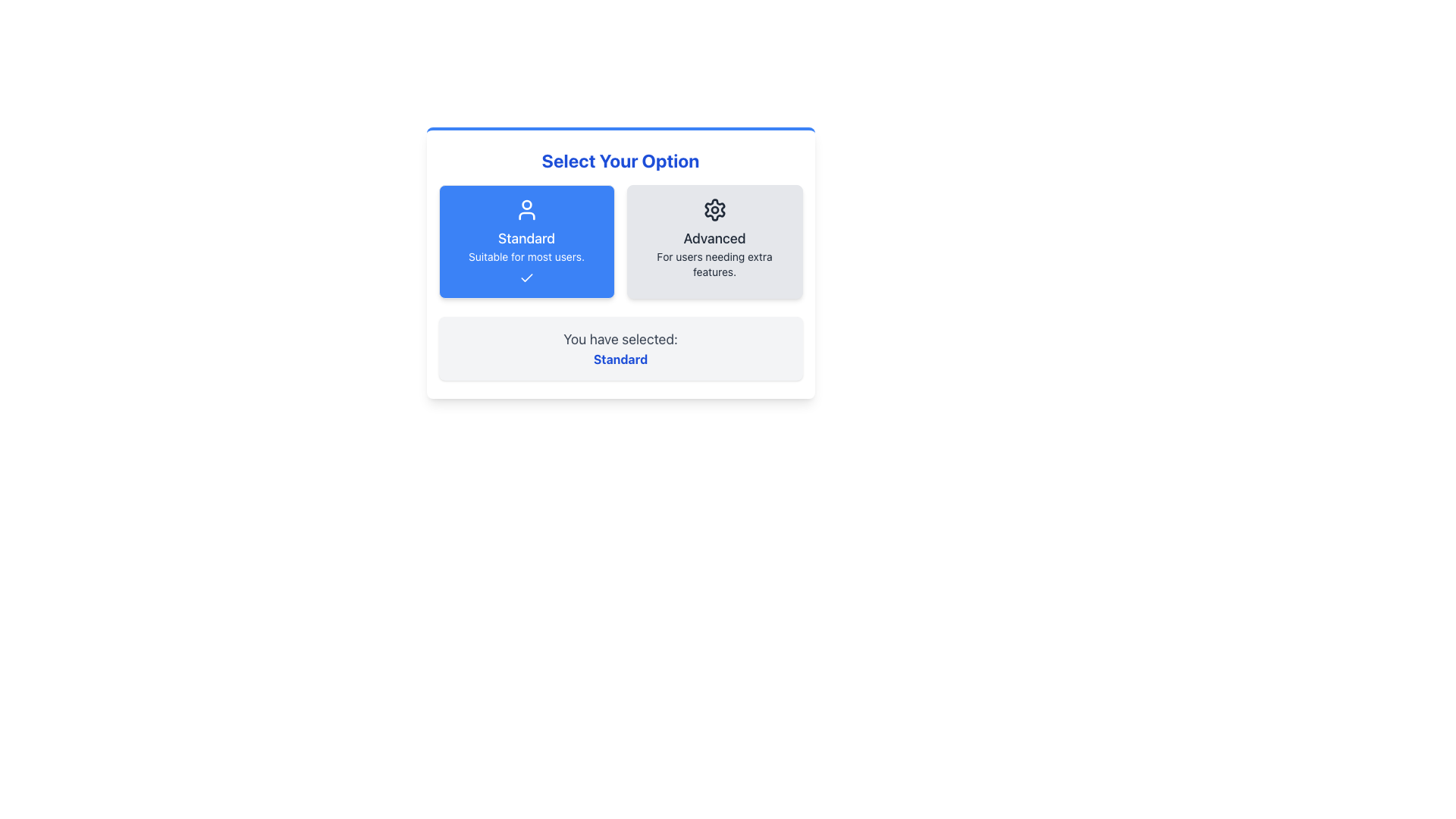 This screenshot has width=1456, height=819. I want to click on informational text block that confirms the user's selected option, located at the bottom of the panel under the selection cards labeled 'Standard' and 'Advanced', so click(620, 348).